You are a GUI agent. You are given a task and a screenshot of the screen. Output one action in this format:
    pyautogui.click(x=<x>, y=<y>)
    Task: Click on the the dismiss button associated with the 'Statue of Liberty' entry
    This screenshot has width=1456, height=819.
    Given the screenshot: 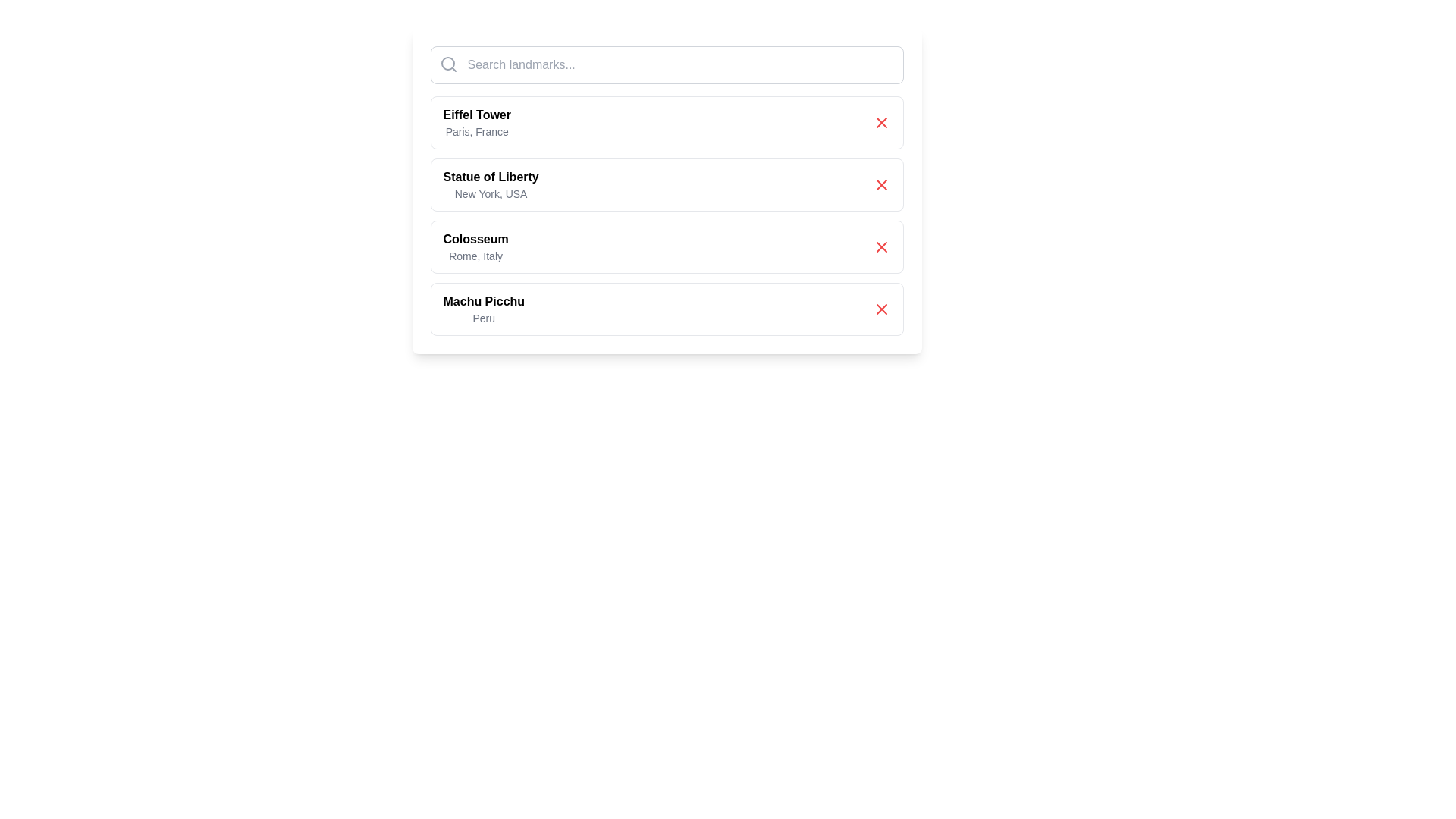 What is the action you would take?
    pyautogui.click(x=881, y=184)
    